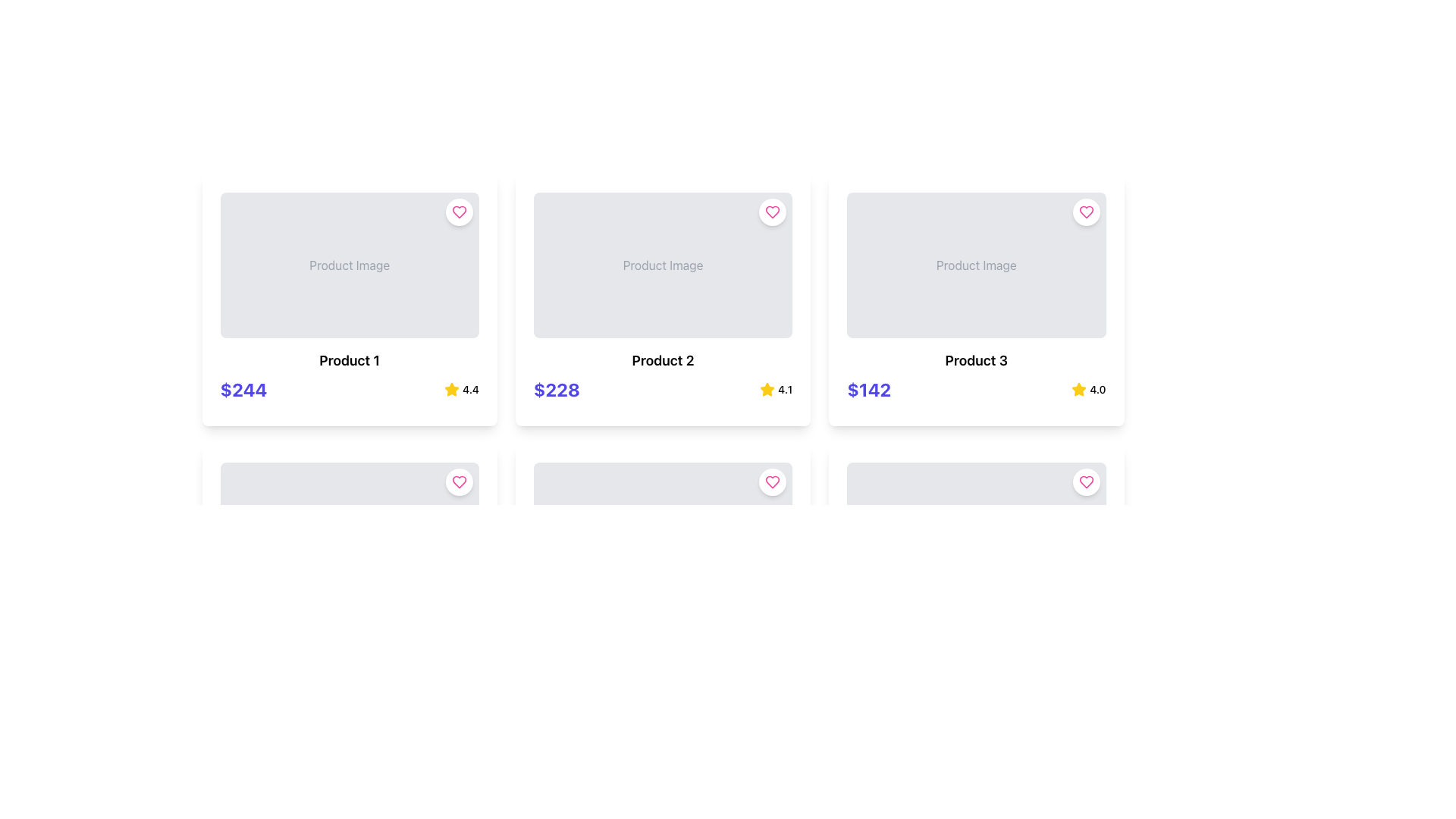  Describe the element at coordinates (1078, 388) in the screenshot. I see `the yellow star icon representing the rating system for 'Product 3', which is positioned to the left of the text '4.0'` at that location.